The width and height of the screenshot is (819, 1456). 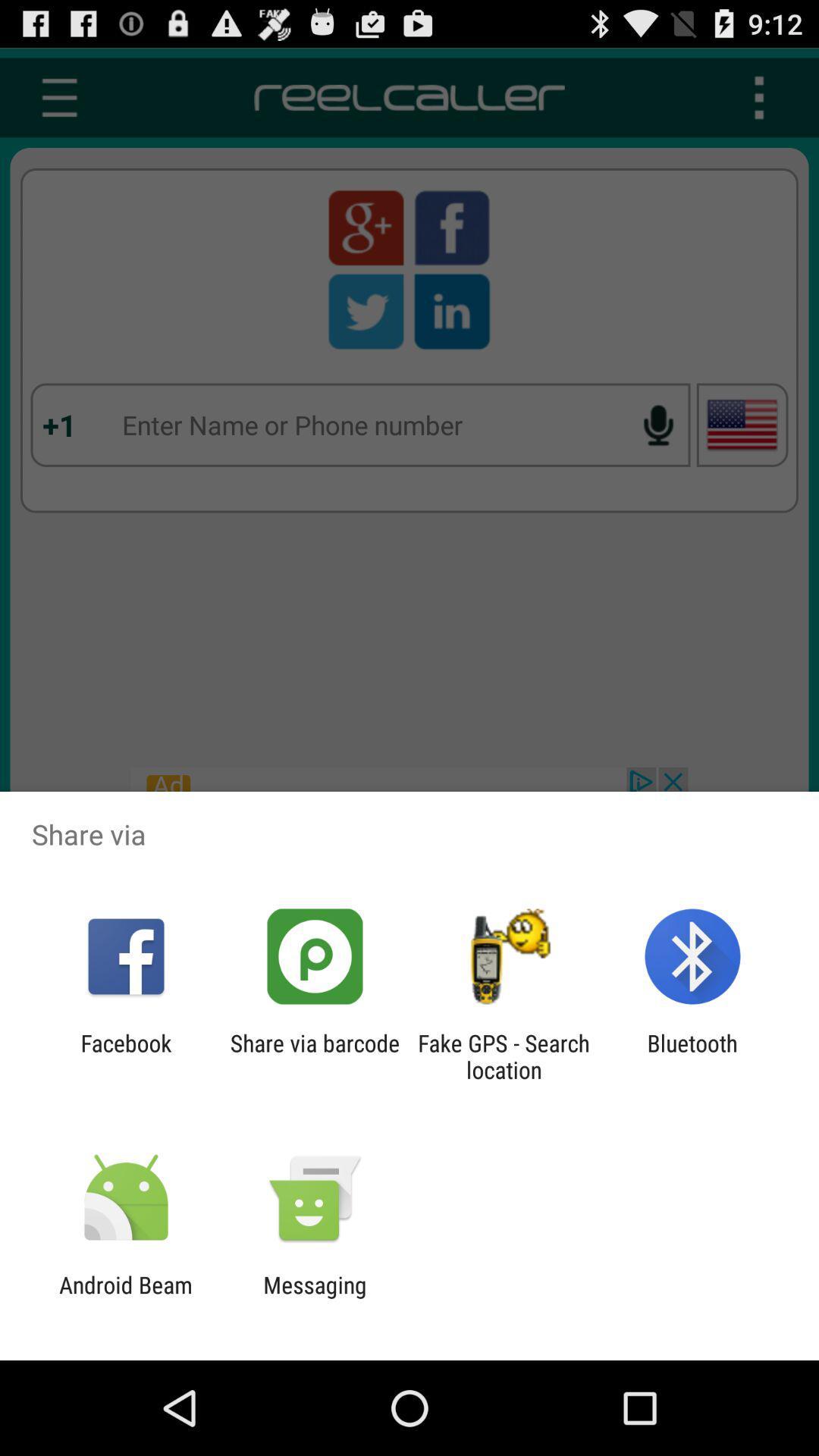 What do you see at coordinates (504, 1056) in the screenshot?
I see `the fake gps search app` at bounding box center [504, 1056].